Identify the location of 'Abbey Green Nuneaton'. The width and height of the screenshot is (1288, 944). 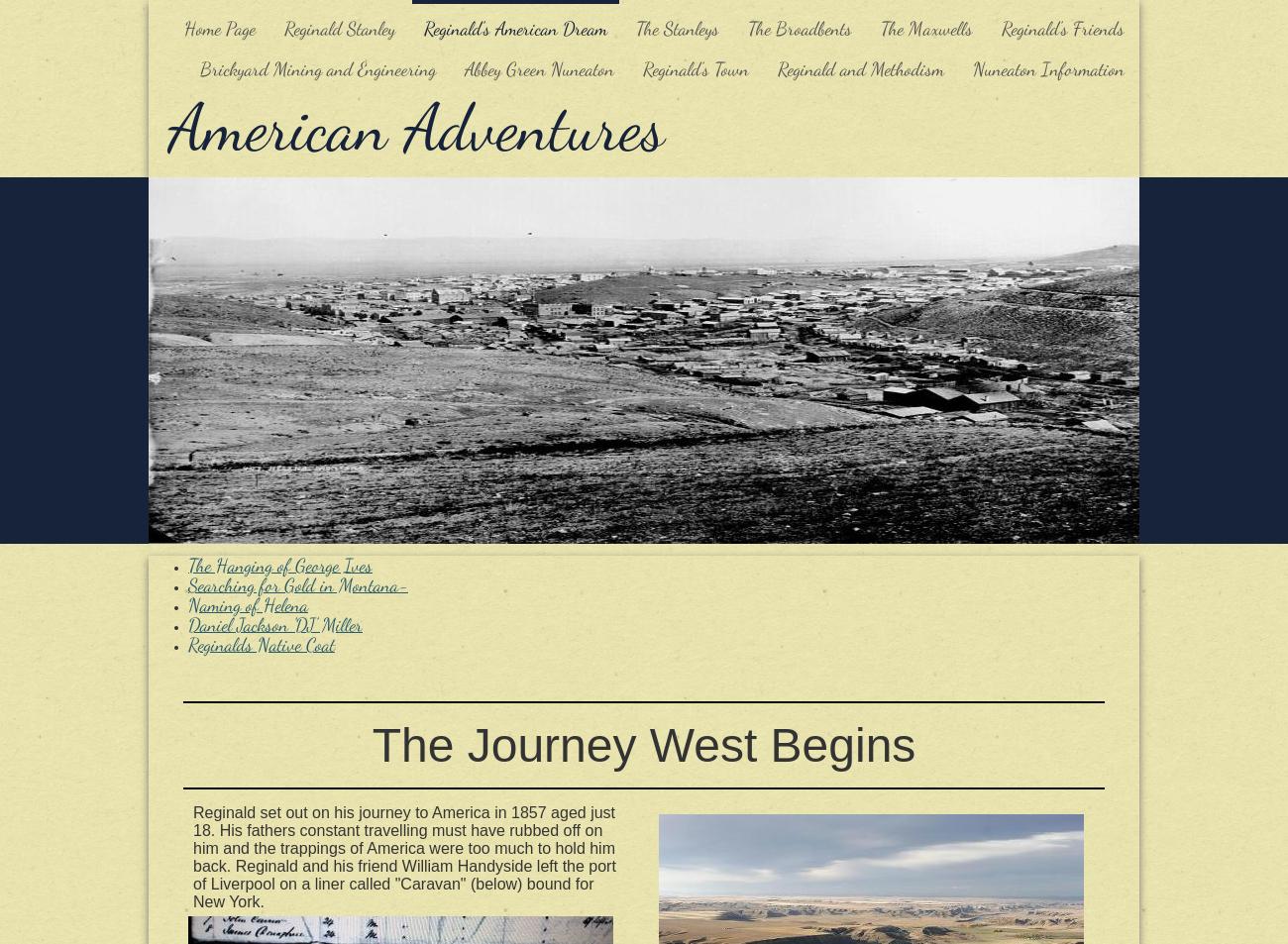
(538, 68).